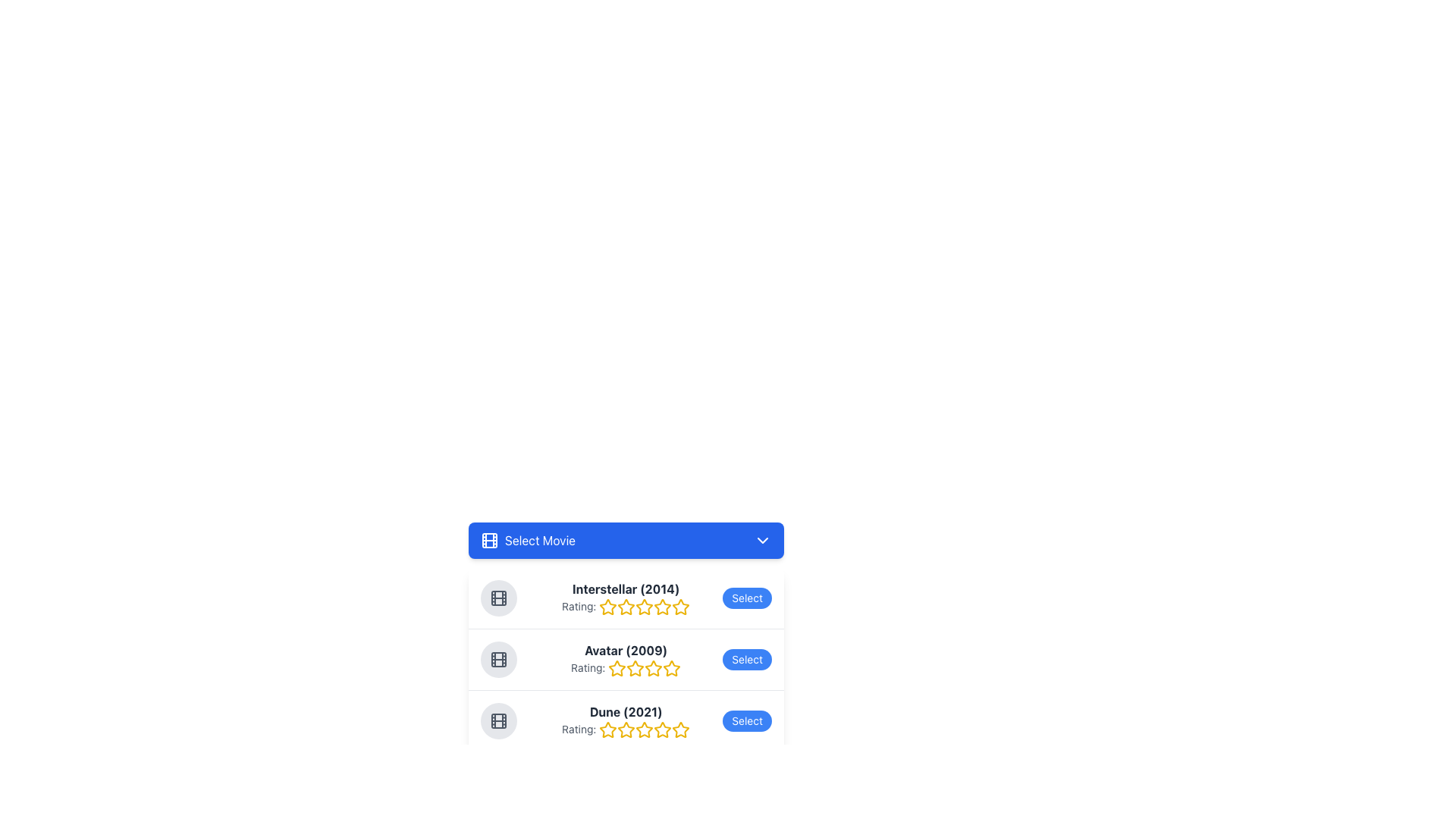 The height and width of the screenshot is (819, 1456). What do you see at coordinates (626, 668) in the screenshot?
I see `the rating indicated by the text label for the movie 'Avatar (2009)', which is visually represented by stars beside it. This element is located in the second row of a list containing movie titles and ratings` at bounding box center [626, 668].